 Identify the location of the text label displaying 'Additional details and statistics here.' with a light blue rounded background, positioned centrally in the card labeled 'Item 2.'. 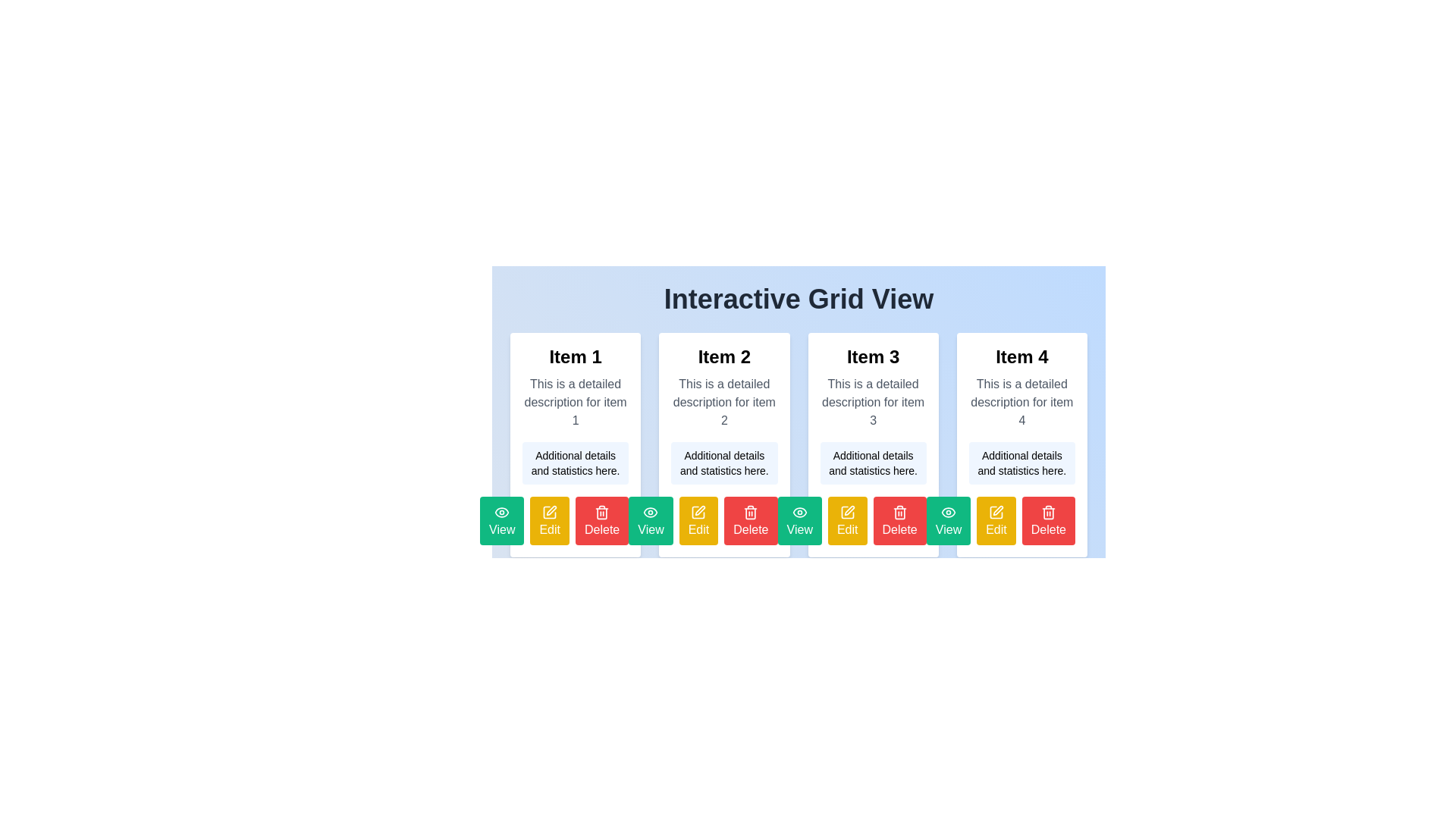
(723, 462).